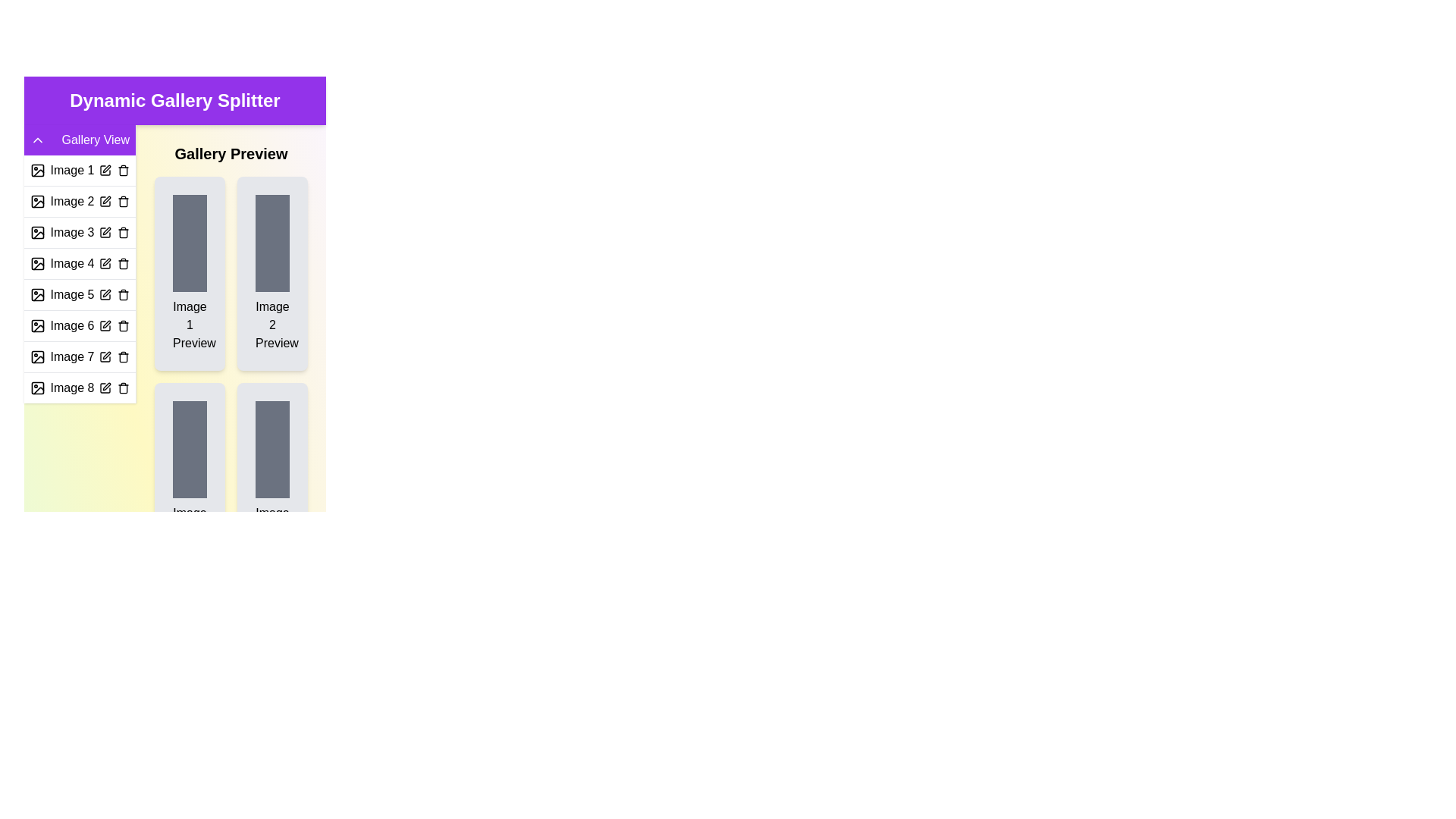 This screenshot has height=819, width=1456. What do you see at coordinates (174, 100) in the screenshot?
I see `text from the header labeled 'Dynamic Gallery Splitter' which has a bold purple background and white font, located at the top of the content area` at bounding box center [174, 100].